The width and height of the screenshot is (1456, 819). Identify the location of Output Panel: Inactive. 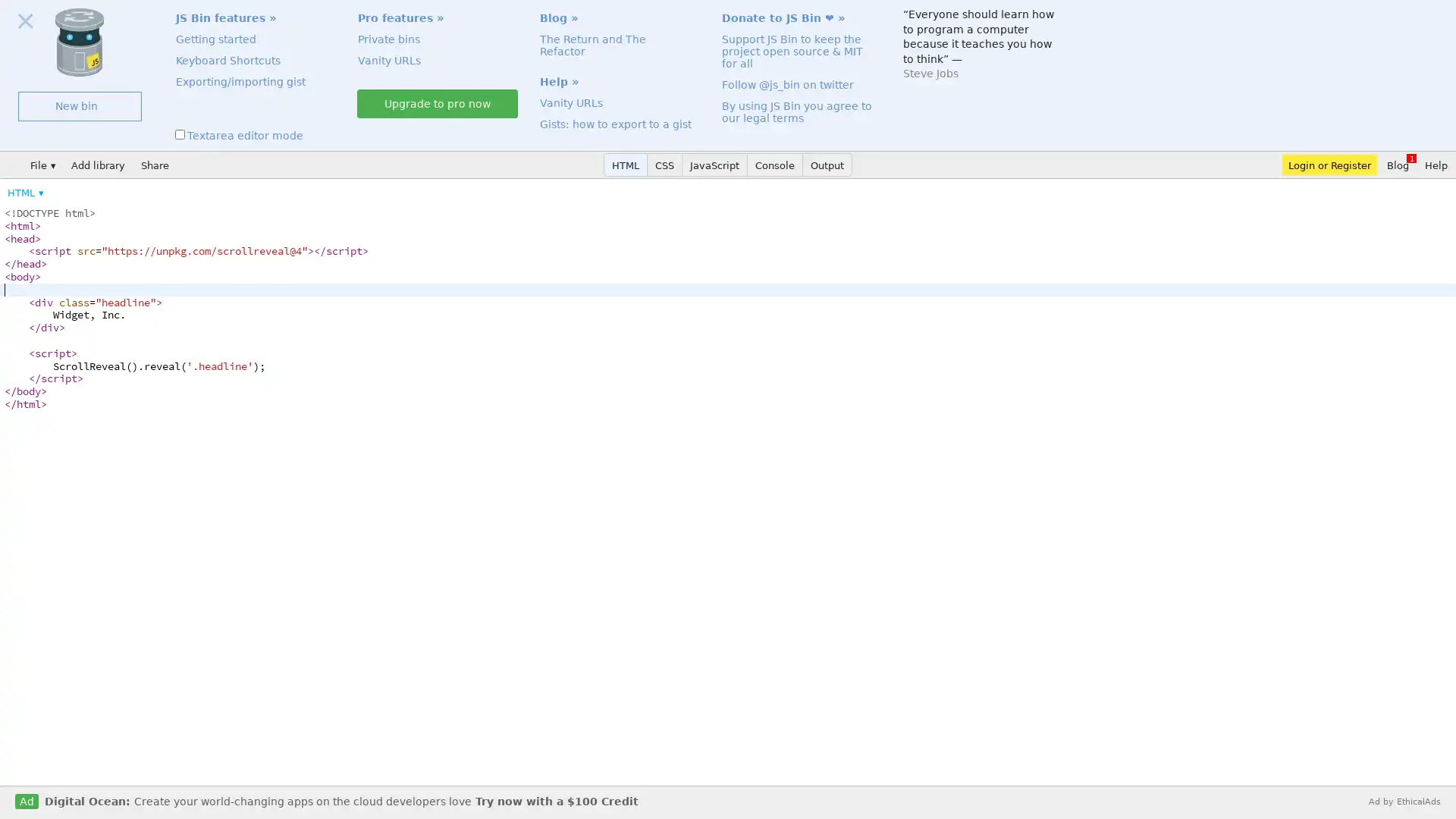
(827, 165).